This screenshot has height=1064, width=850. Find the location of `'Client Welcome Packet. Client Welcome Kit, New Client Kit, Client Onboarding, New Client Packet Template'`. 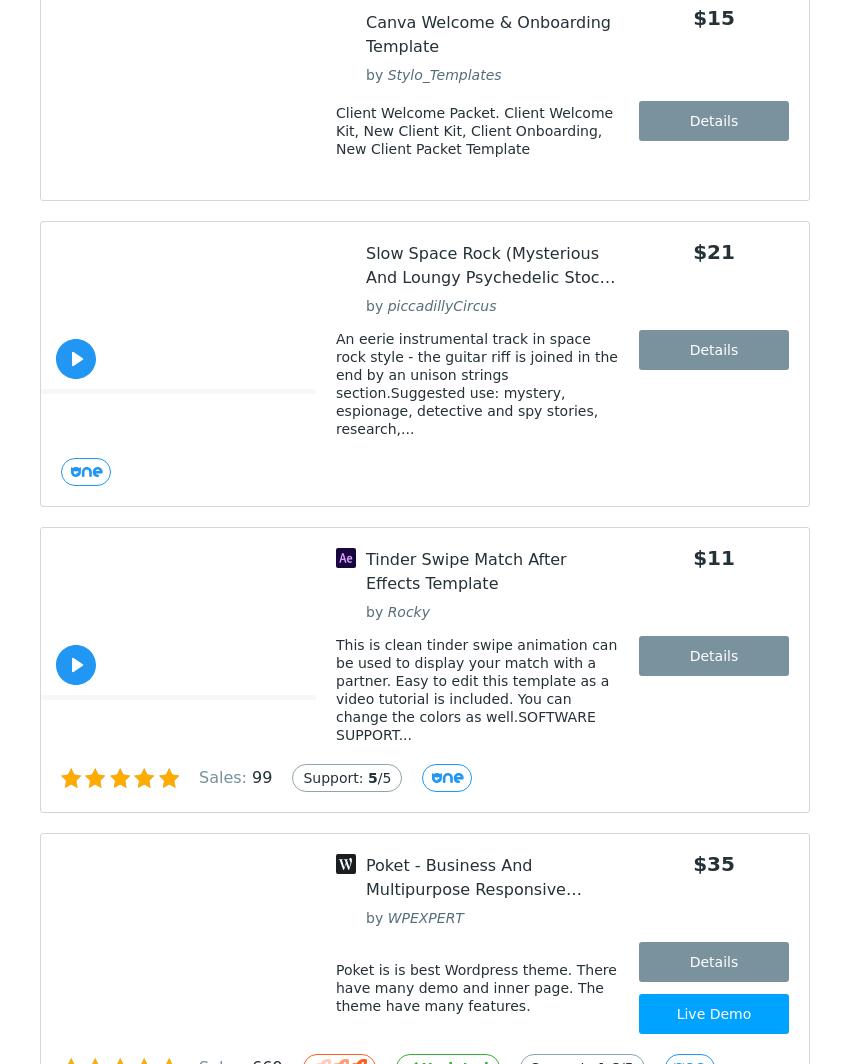

'Client Welcome Packet. Client Welcome Kit, New Client Kit, Client Onboarding, New Client Packet Template' is located at coordinates (474, 130).